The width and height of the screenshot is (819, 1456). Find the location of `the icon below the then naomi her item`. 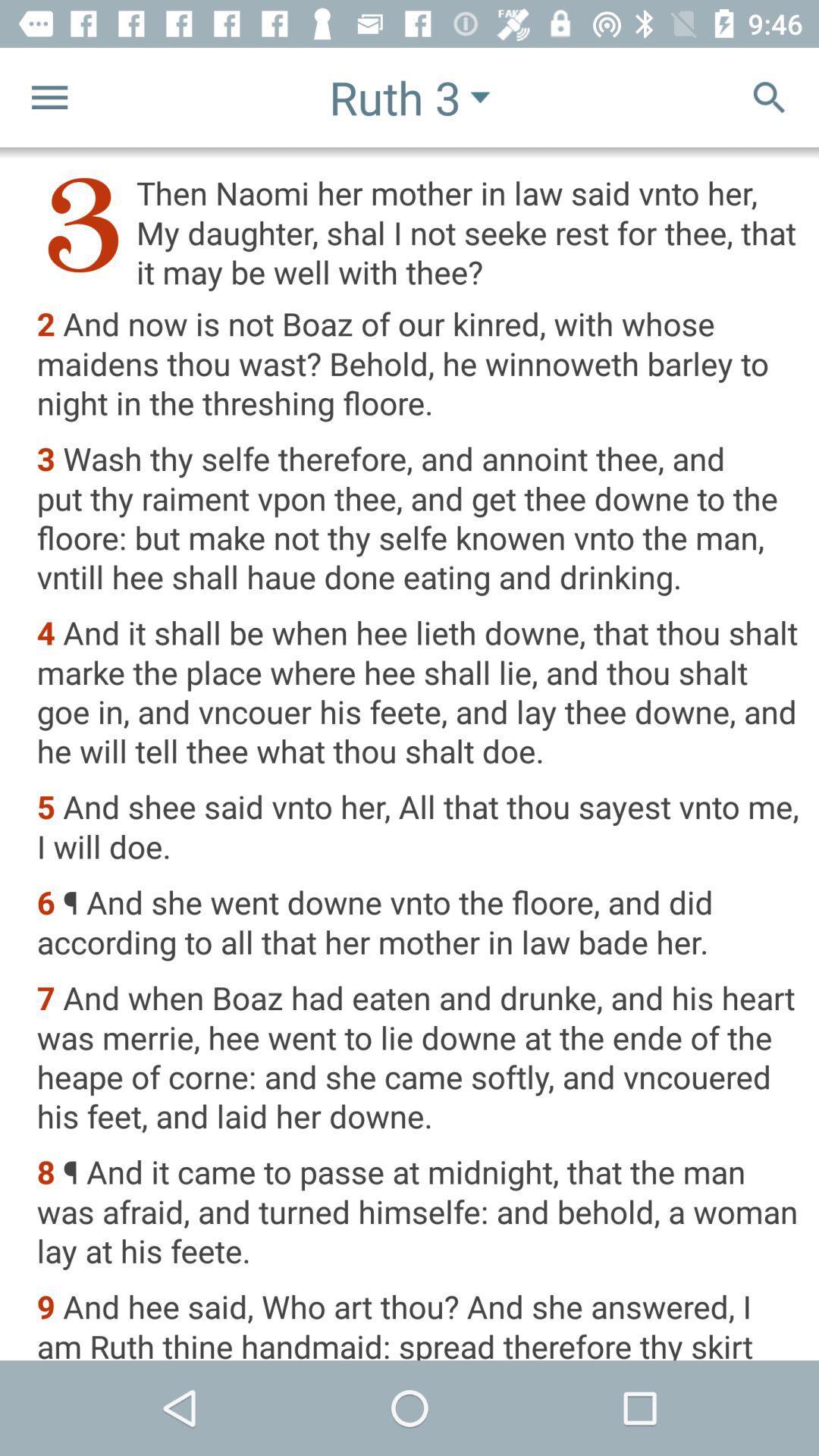

the icon below the then naomi her item is located at coordinates (418, 365).